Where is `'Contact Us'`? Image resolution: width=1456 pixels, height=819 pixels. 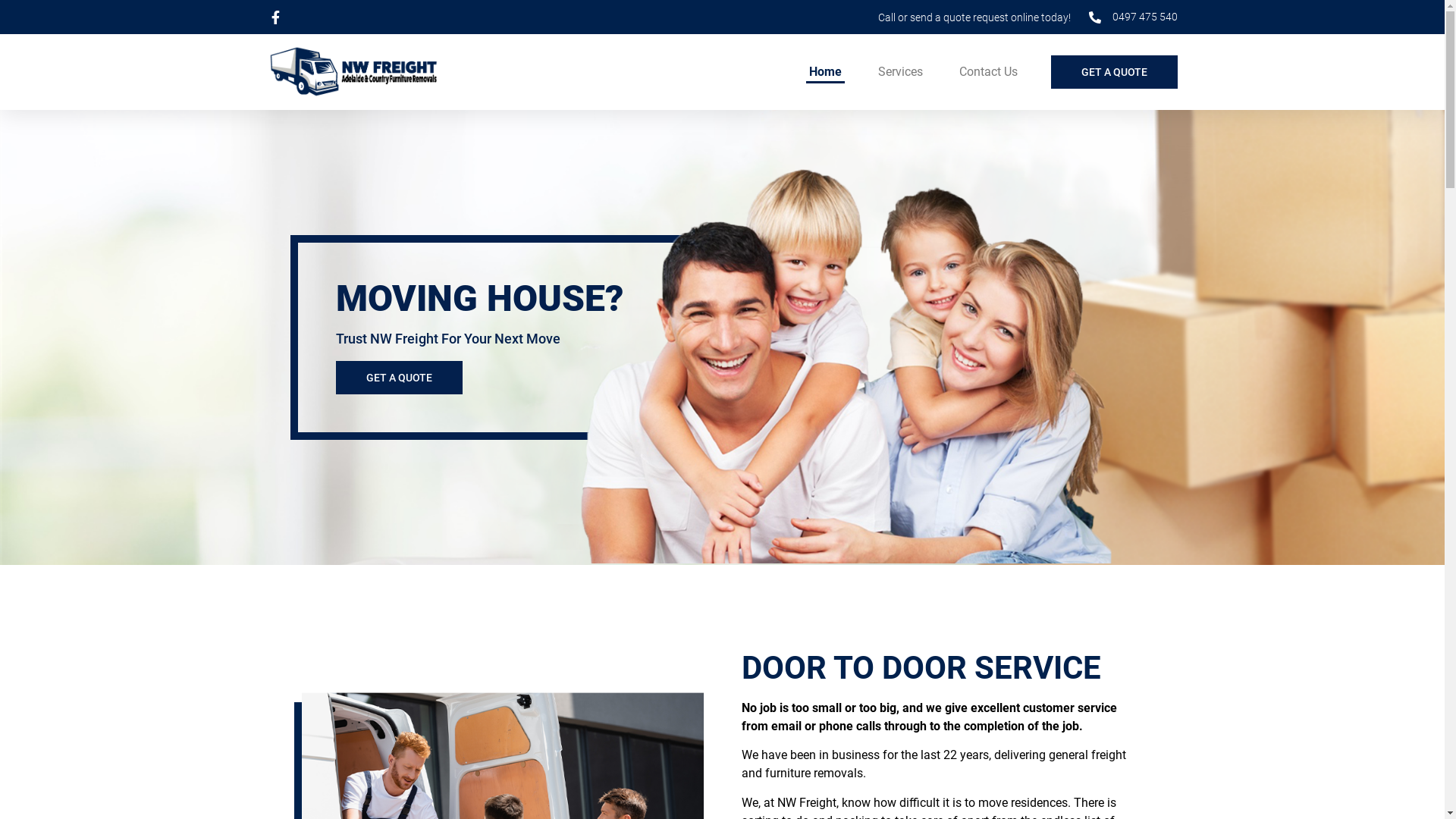
'Contact Us' is located at coordinates (987, 72).